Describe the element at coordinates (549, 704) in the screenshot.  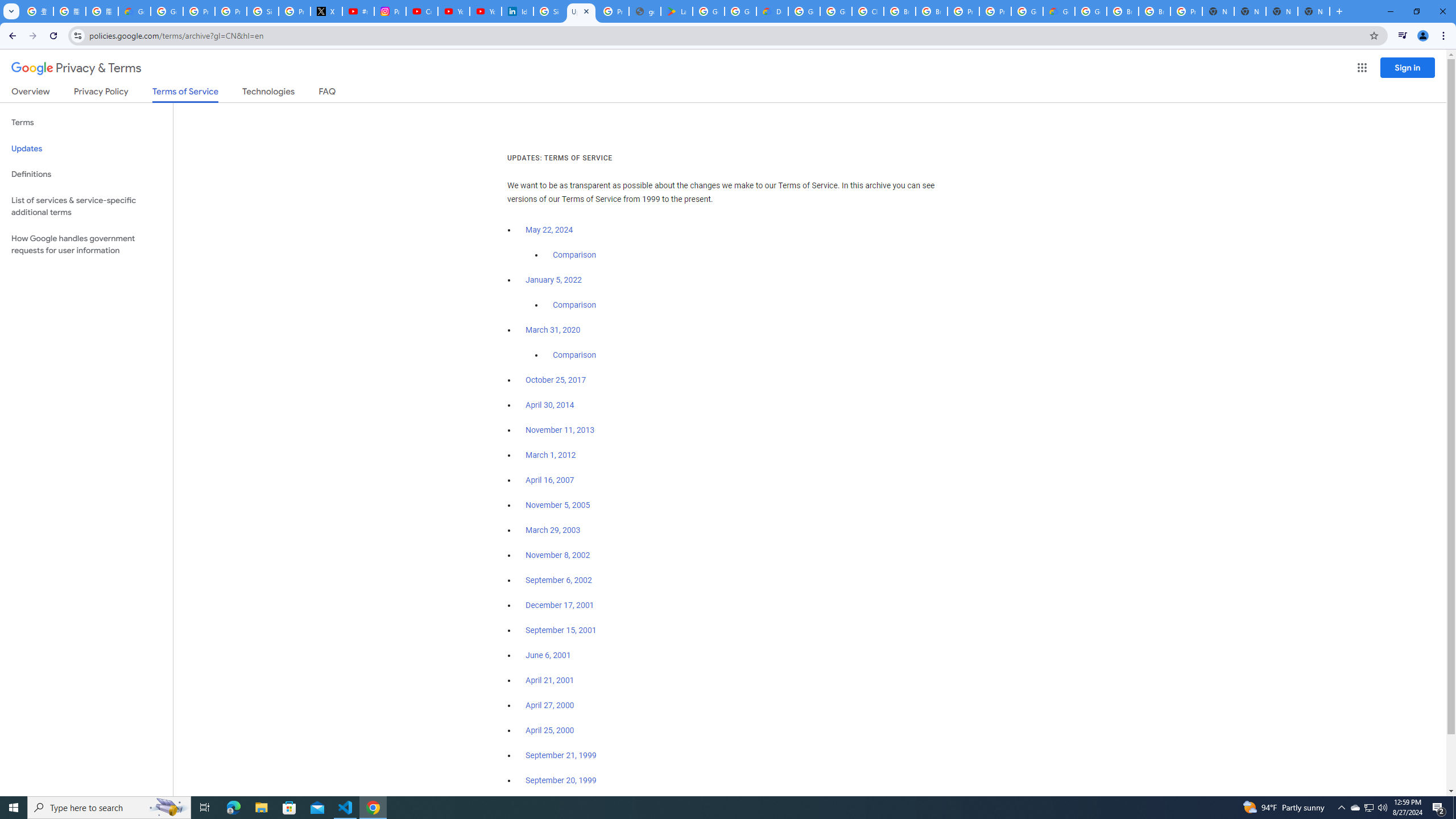
I see `'April 27, 2000'` at that location.